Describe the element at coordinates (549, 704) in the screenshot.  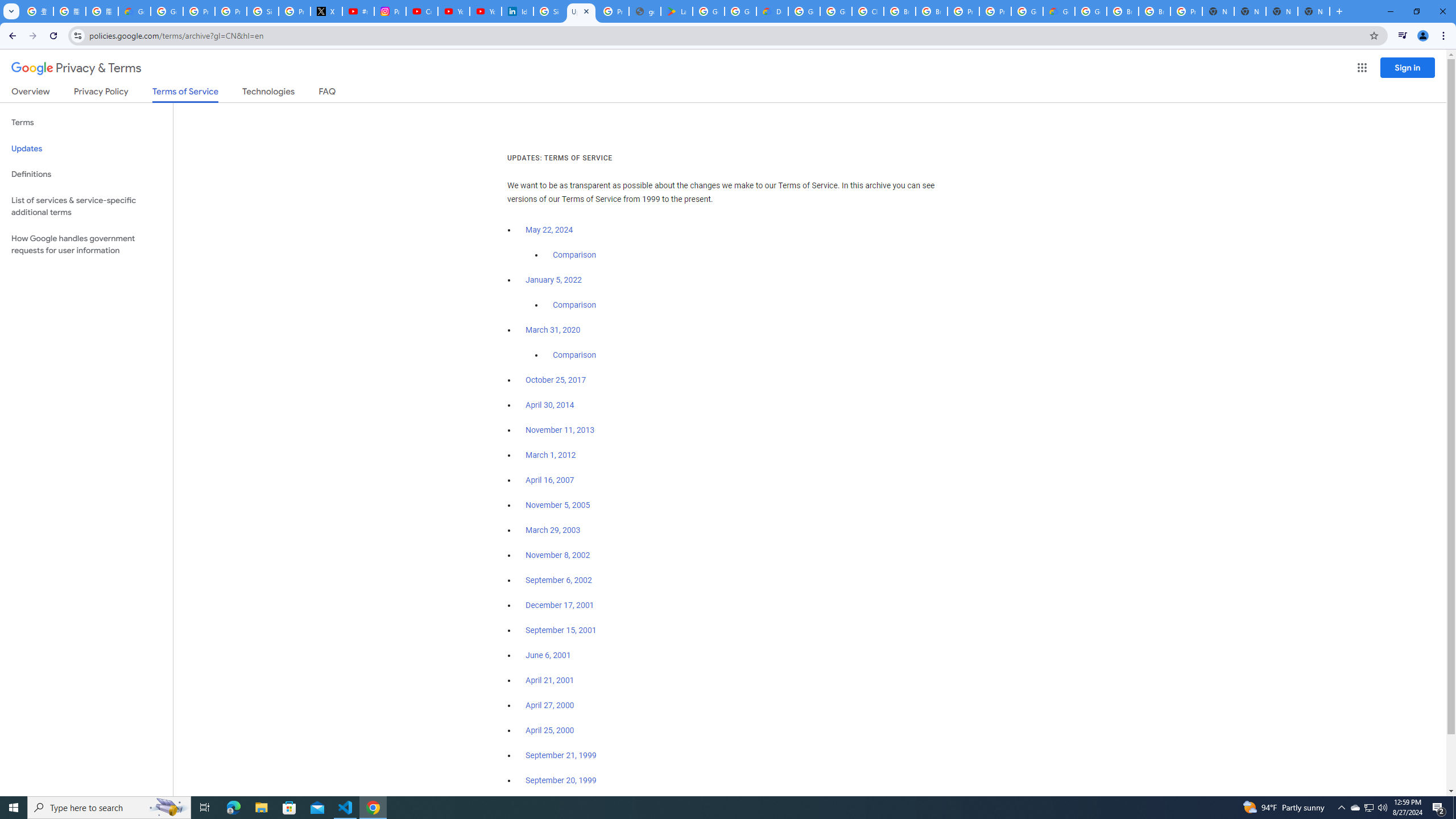
I see `'April 27, 2000'` at that location.